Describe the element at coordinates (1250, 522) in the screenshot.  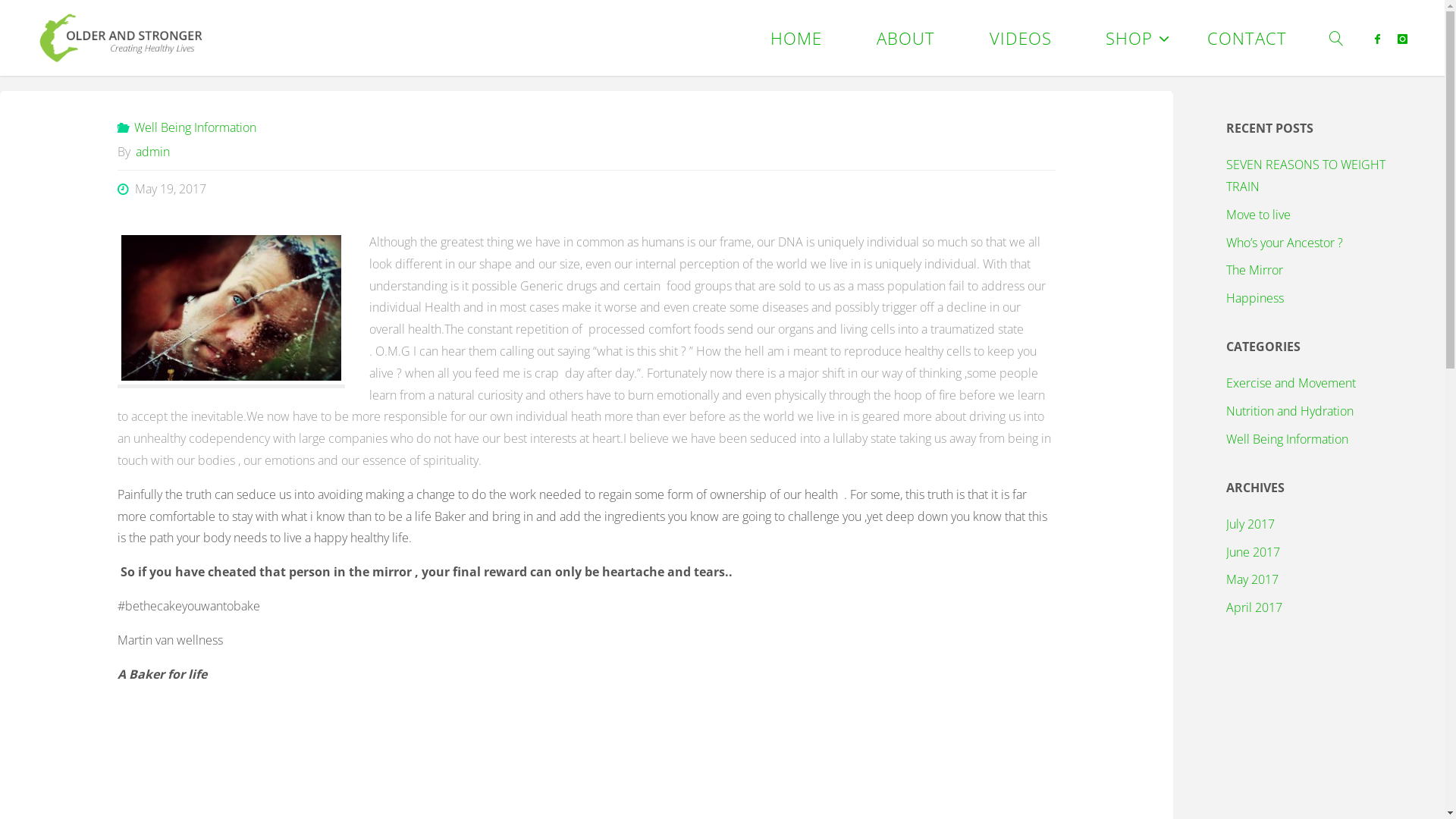
I see `'July 2017'` at that location.